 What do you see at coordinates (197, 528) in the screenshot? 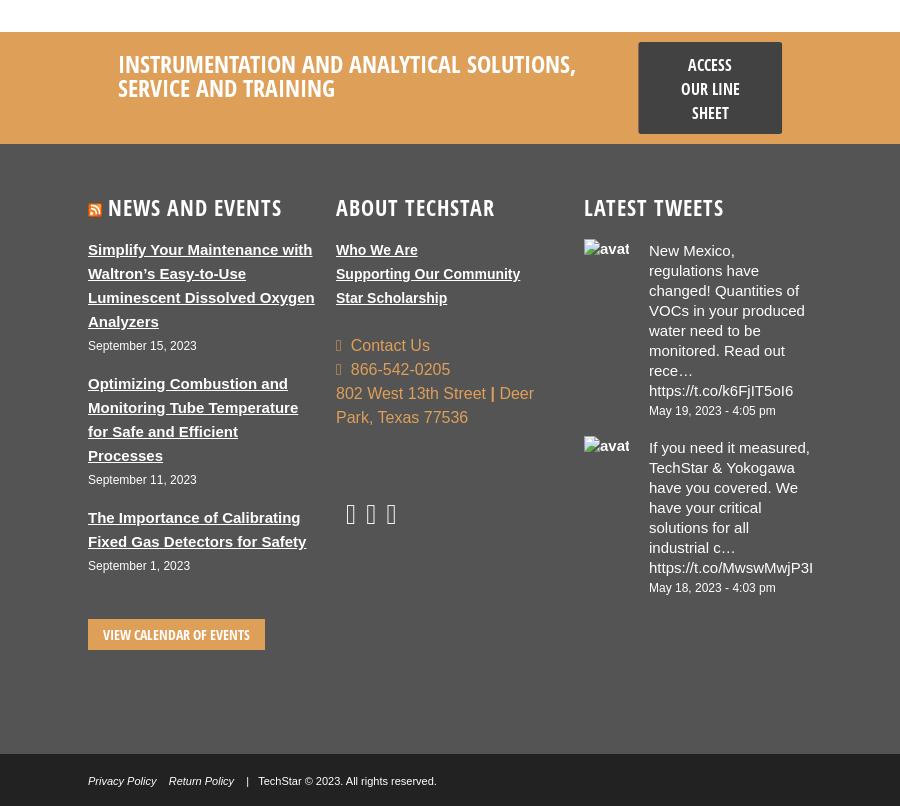
I see `'The Importance of Calibrating Fixed Gas Detectors for Safety'` at bounding box center [197, 528].